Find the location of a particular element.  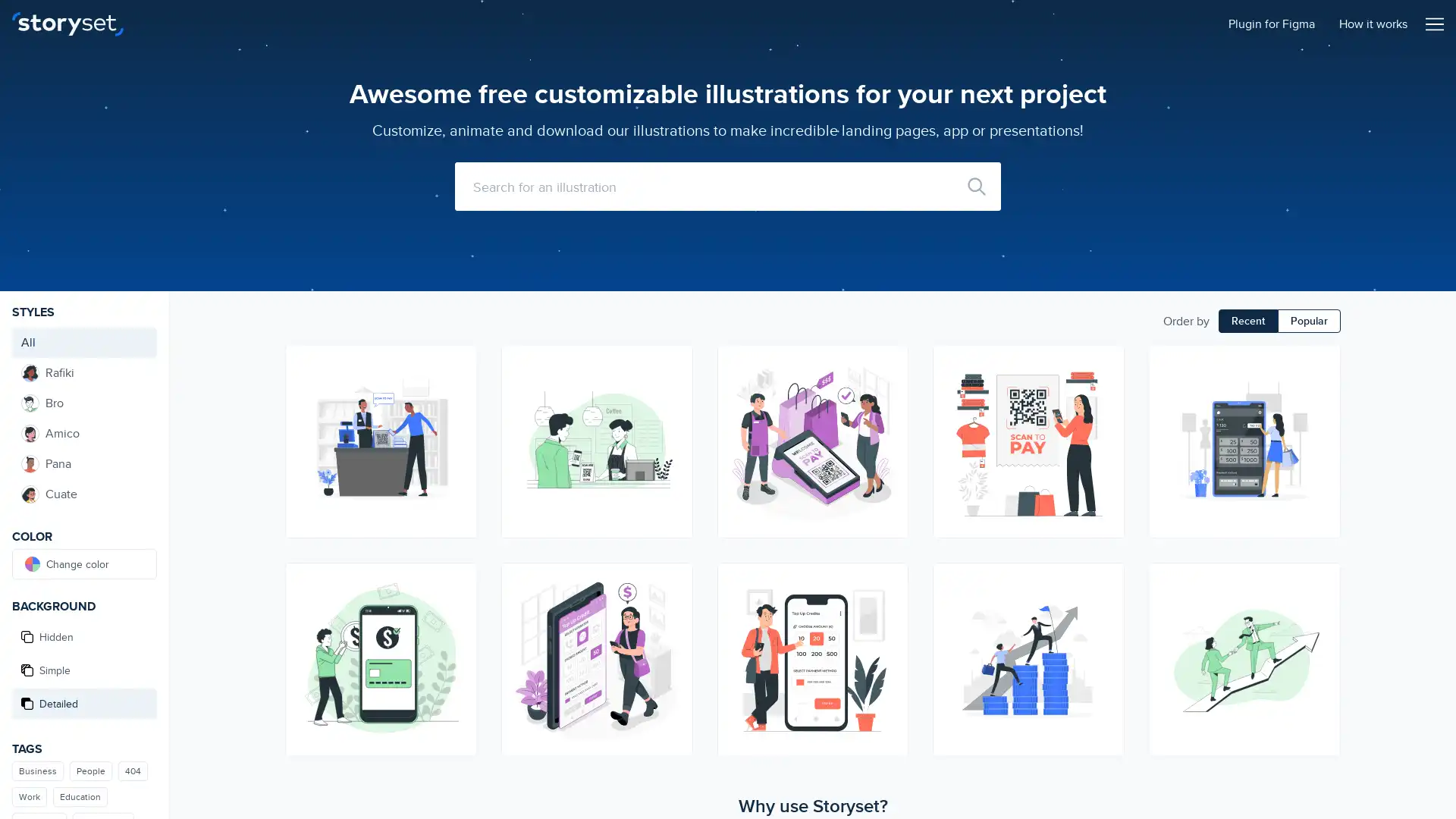

Search button is located at coordinates (976, 186).